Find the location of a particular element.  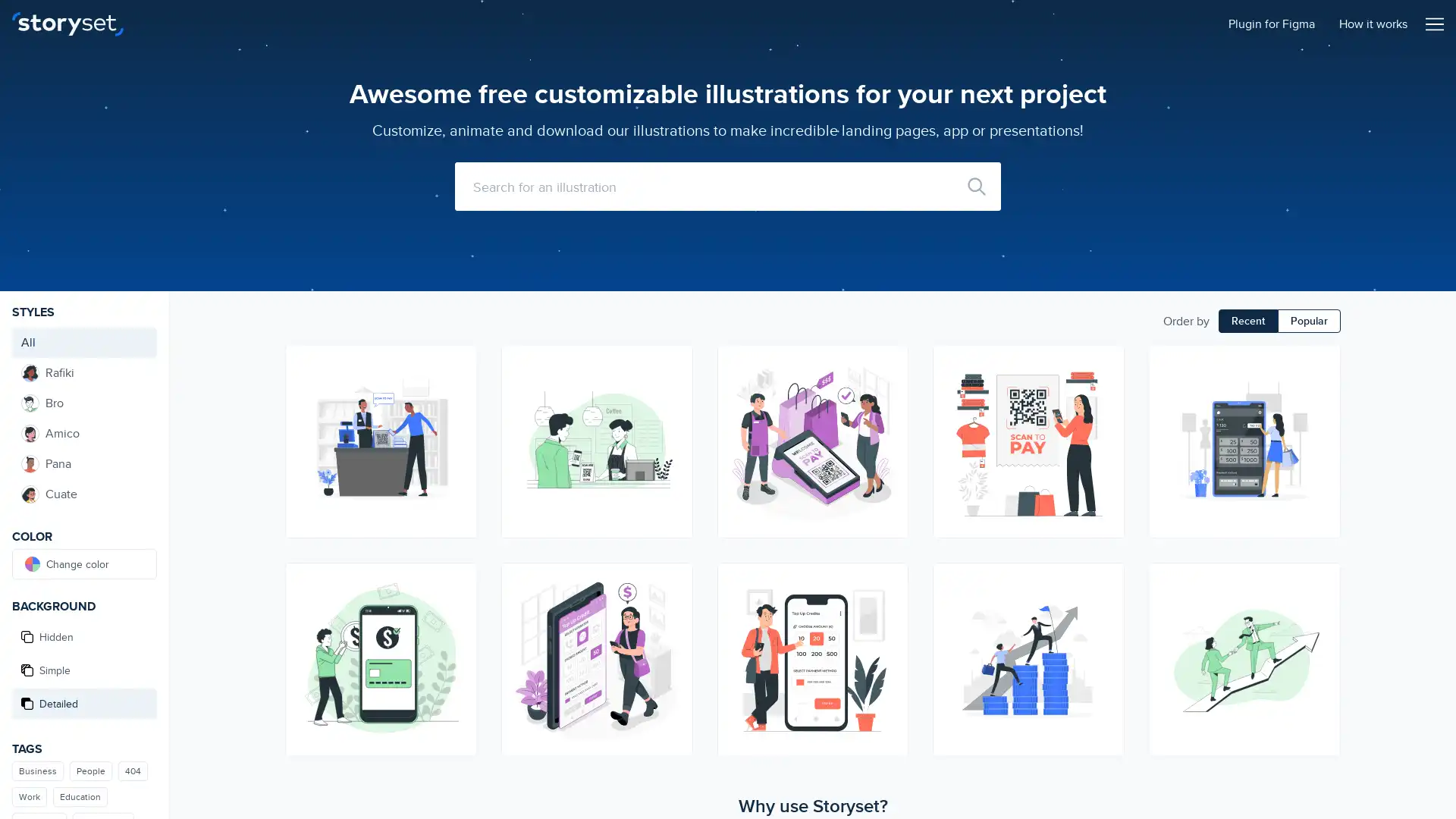

Search button is located at coordinates (976, 186).